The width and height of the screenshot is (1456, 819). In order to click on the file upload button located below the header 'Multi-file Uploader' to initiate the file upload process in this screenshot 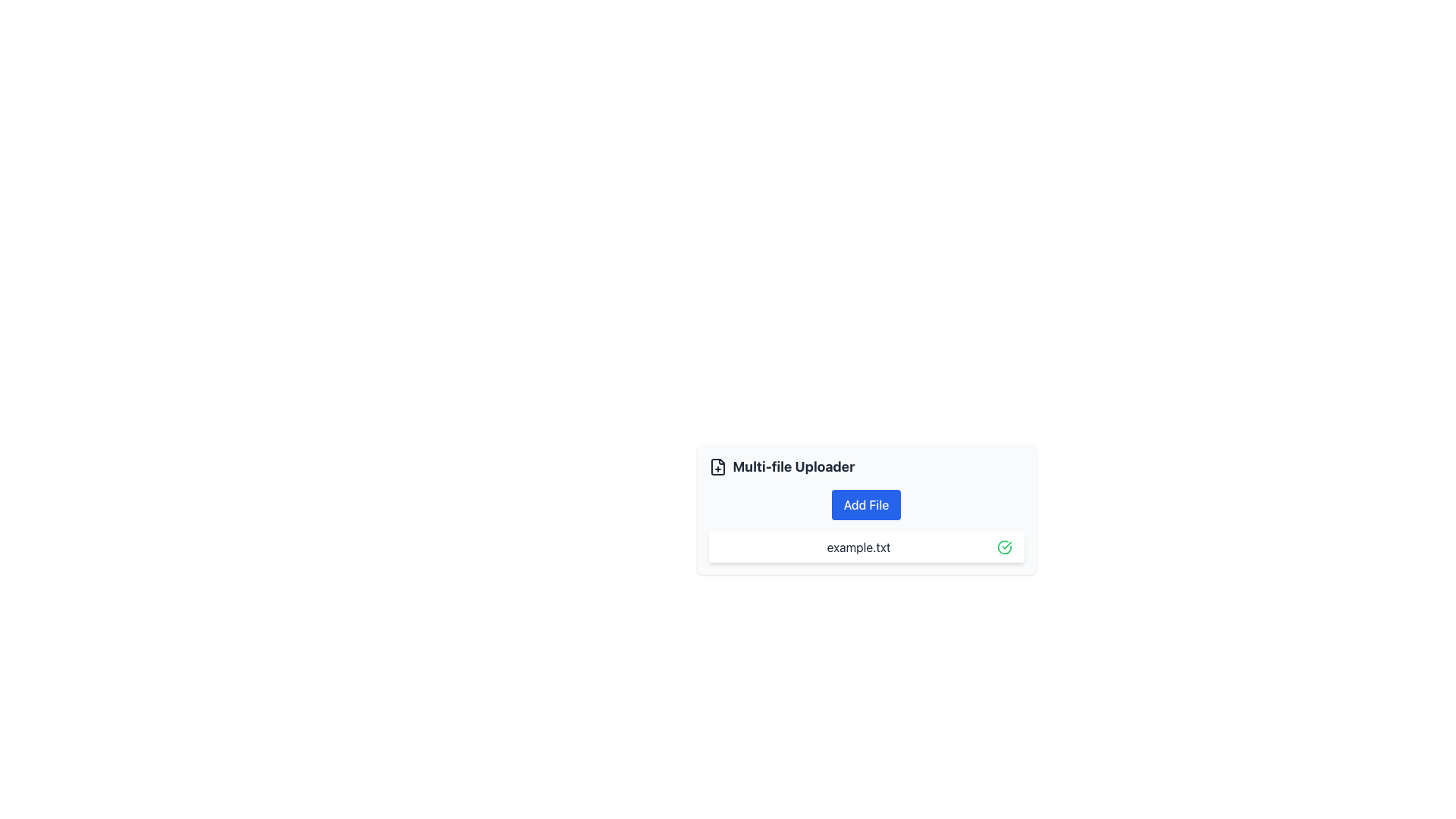, I will do `click(866, 509)`.